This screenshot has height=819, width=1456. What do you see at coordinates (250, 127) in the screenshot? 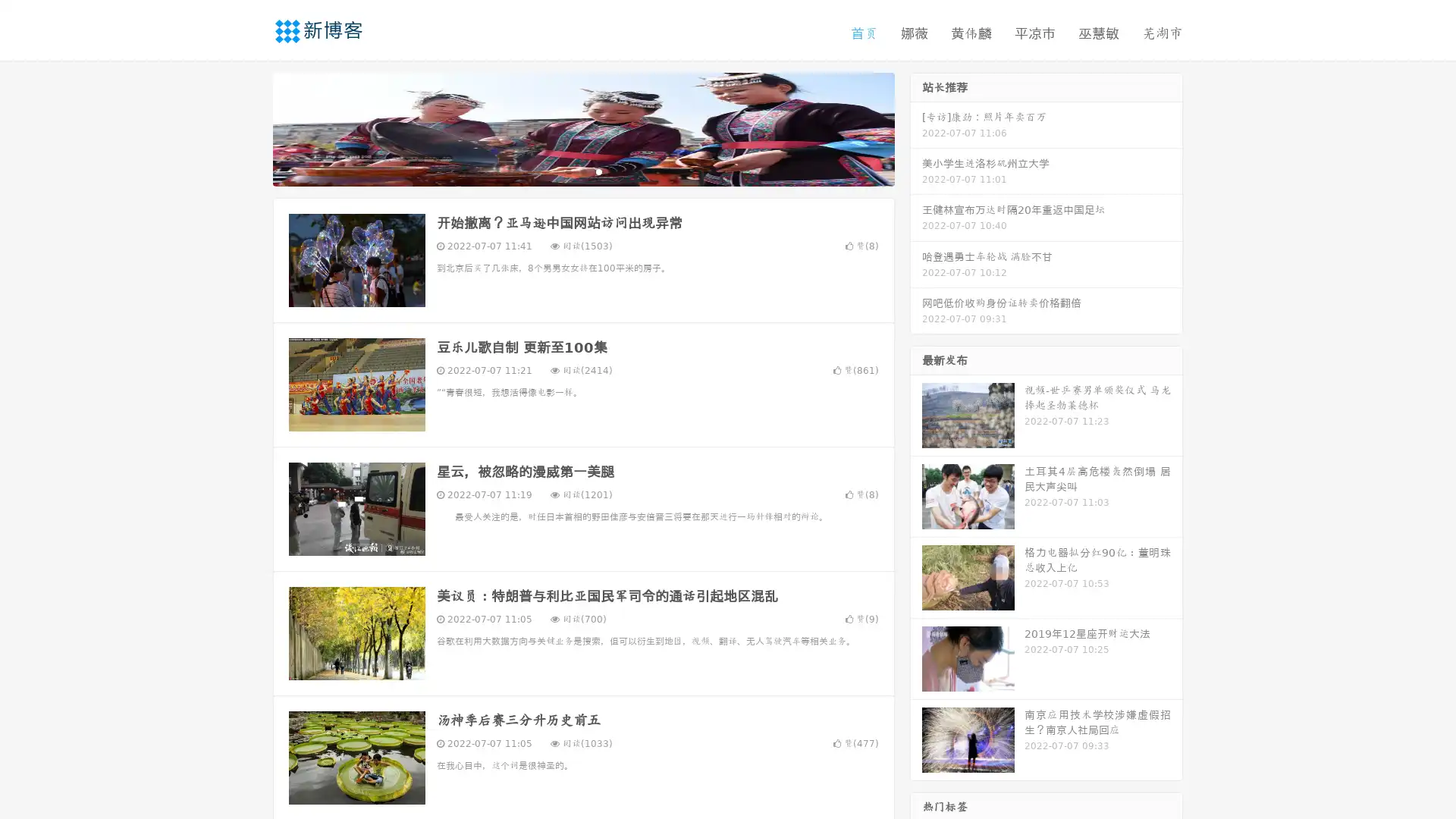
I see `Previous slide` at bounding box center [250, 127].